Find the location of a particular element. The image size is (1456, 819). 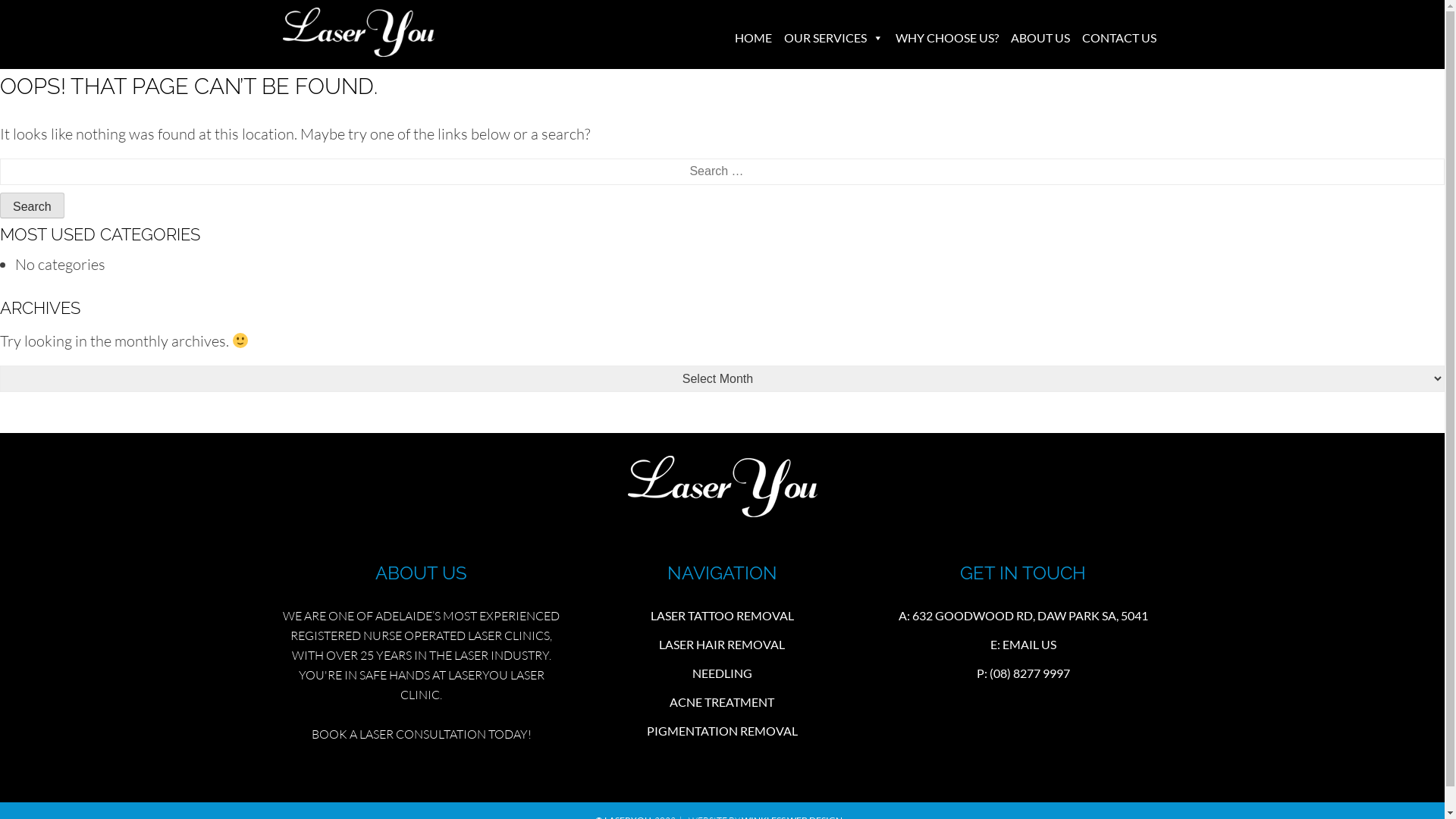

'OUR SERVICES' is located at coordinates (833, 37).